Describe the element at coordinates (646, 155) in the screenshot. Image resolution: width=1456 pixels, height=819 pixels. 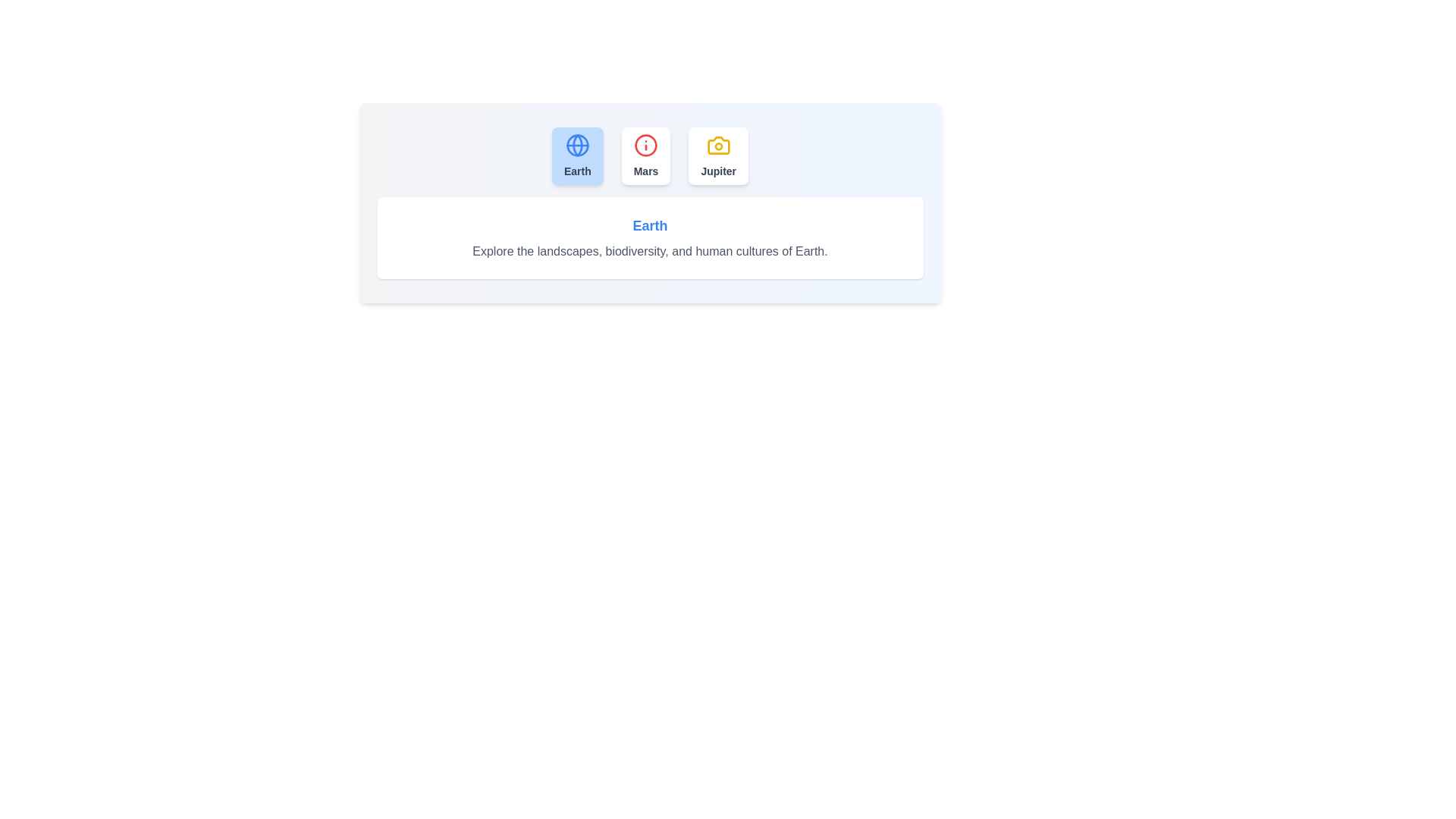
I see `the button for the planet Mars` at that location.